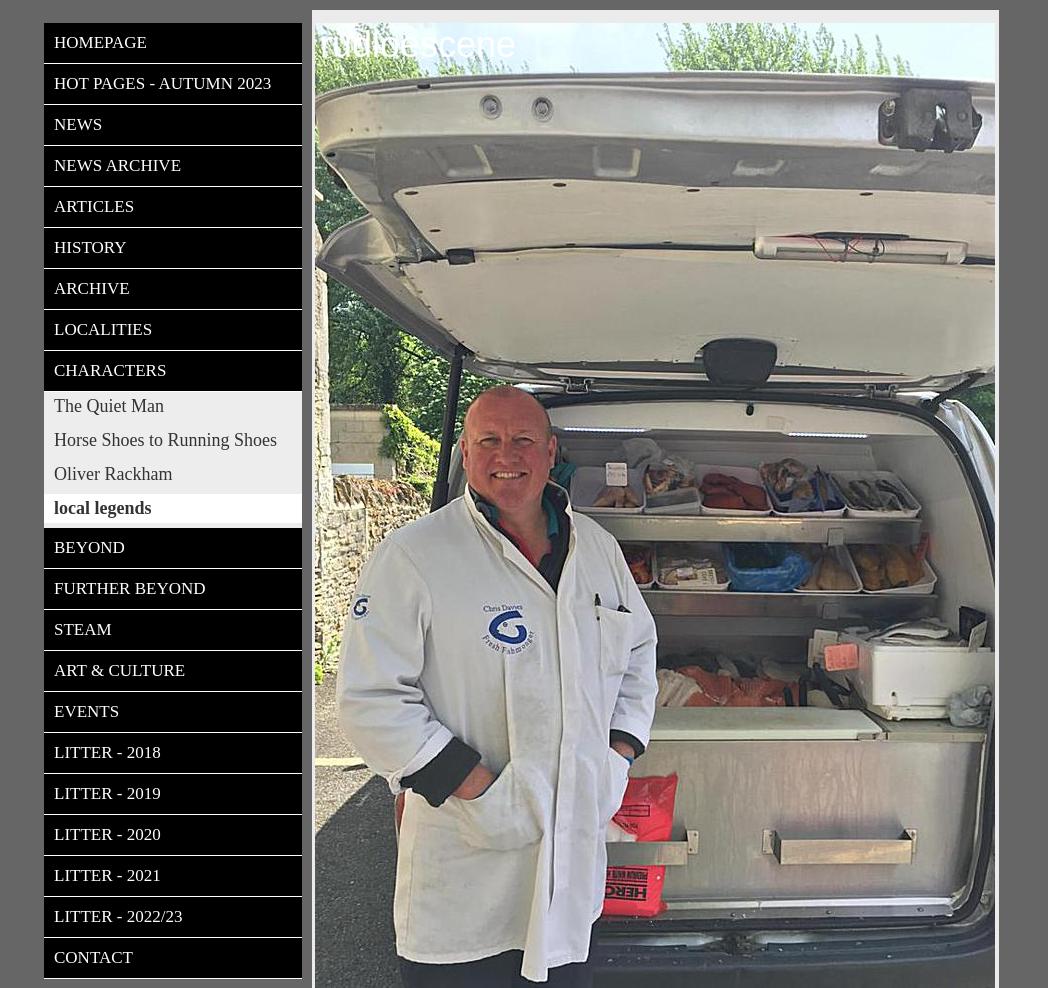 The height and width of the screenshot is (988, 1048). What do you see at coordinates (53, 957) in the screenshot?
I see `'Contact'` at bounding box center [53, 957].